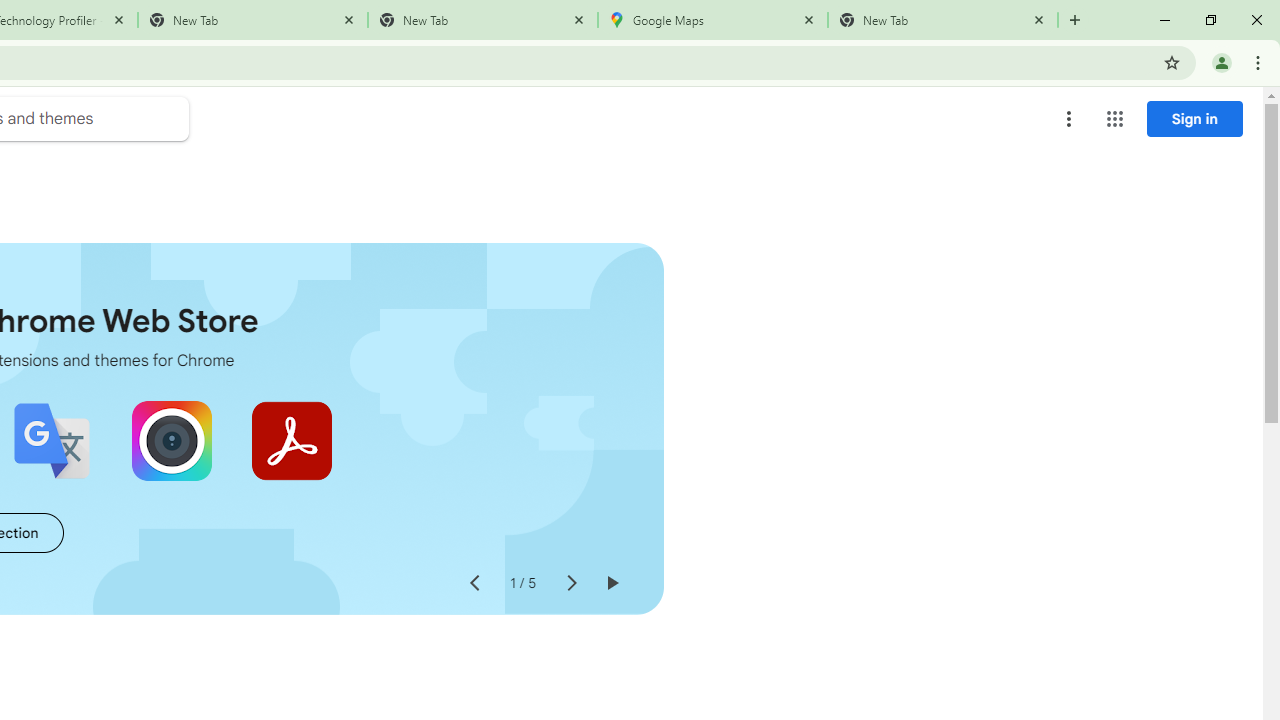  Describe the element at coordinates (942, 20) in the screenshot. I see `'New Tab'` at that location.